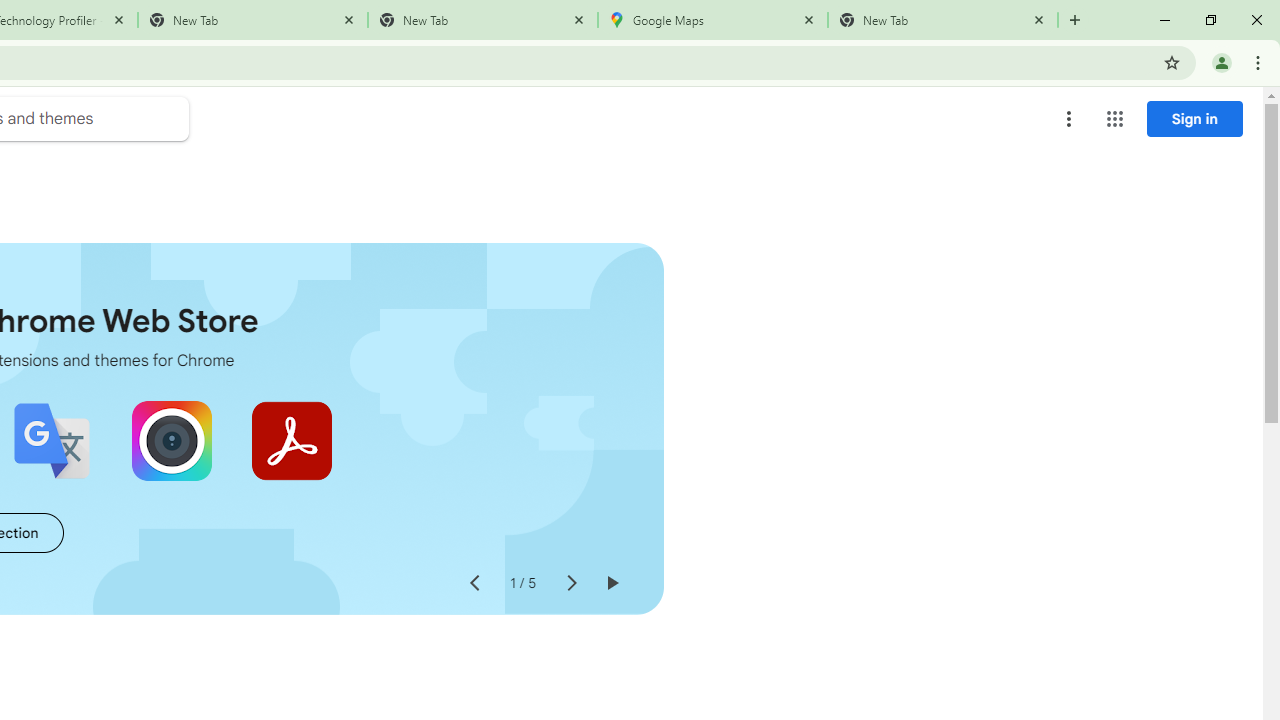  Describe the element at coordinates (942, 20) in the screenshot. I see `'New Tab'` at that location.